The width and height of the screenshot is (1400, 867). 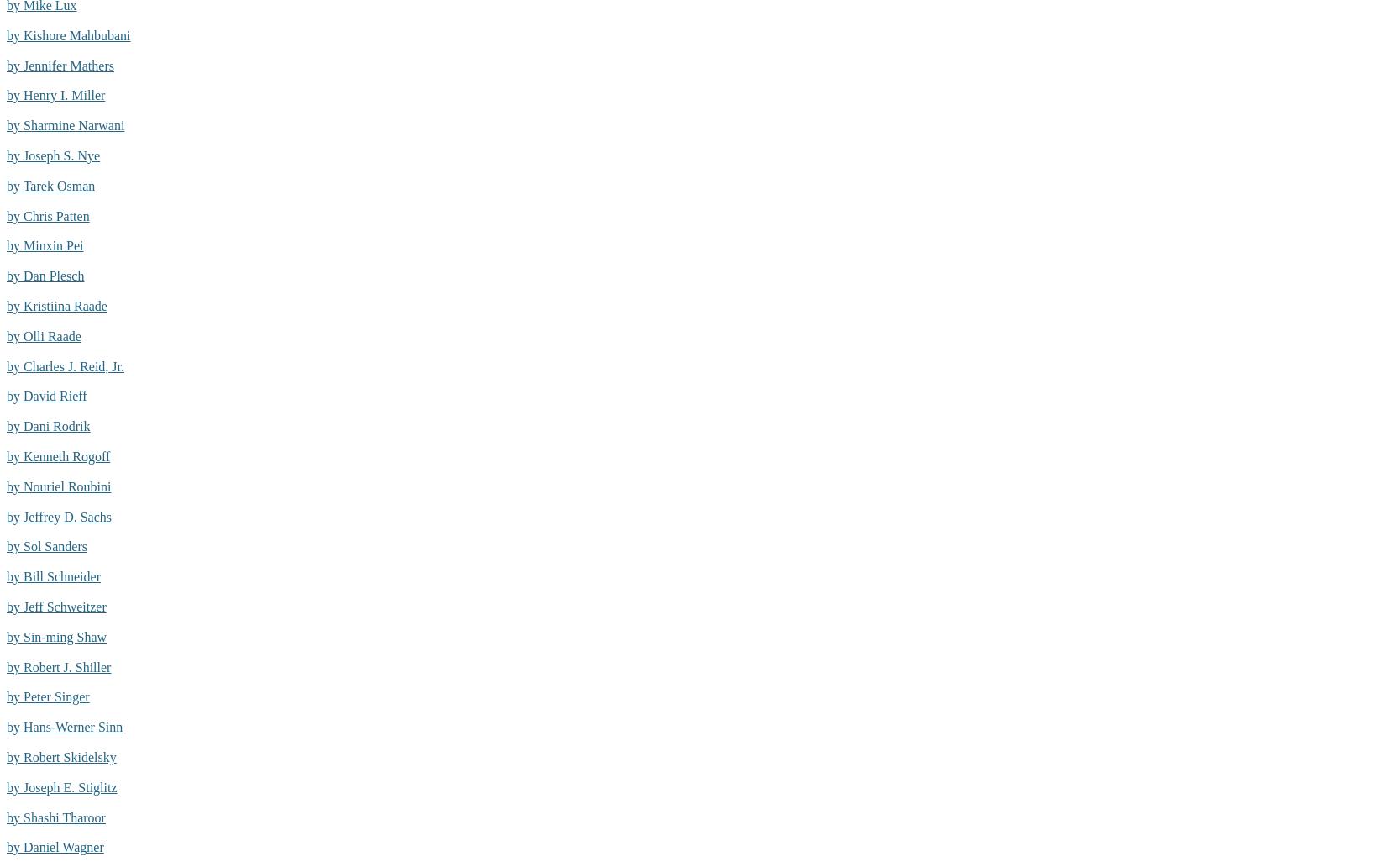 What do you see at coordinates (64, 727) in the screenshot?
I see `'by Hans-Werner Sinn'` at bounding box center [64, 727].